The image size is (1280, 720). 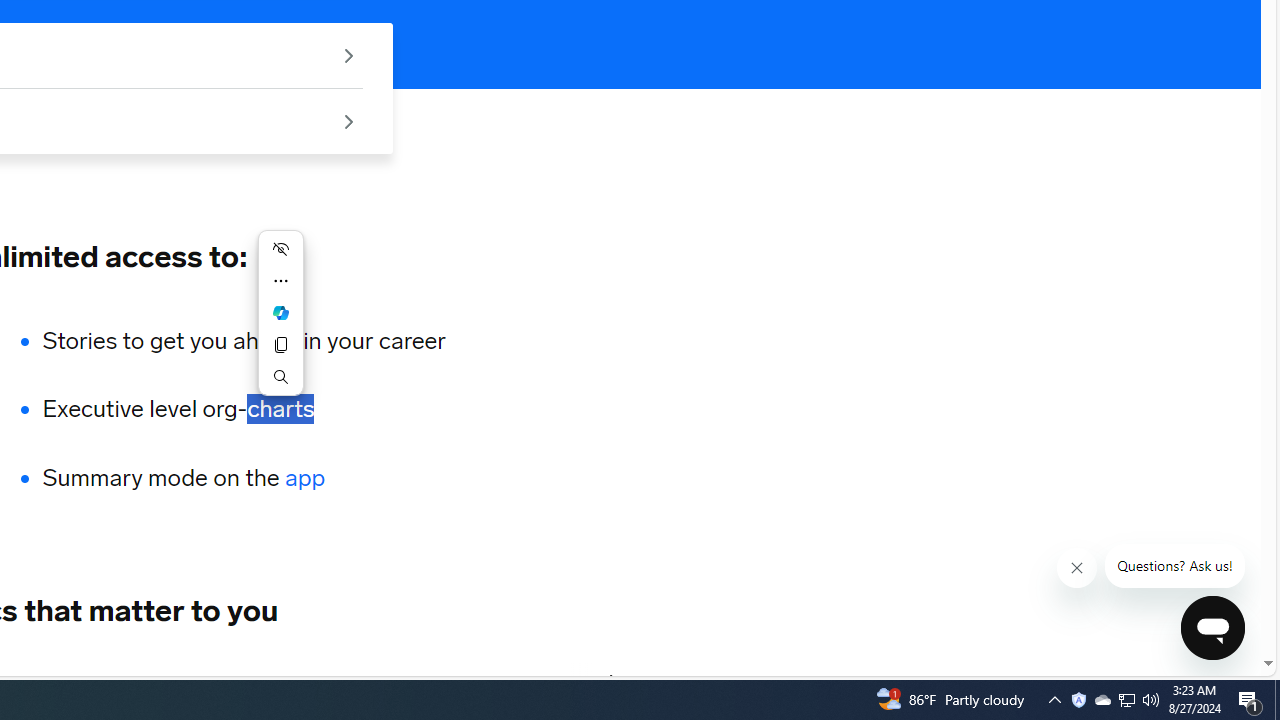 What do you see at coordinates (1076, 568) in the screenshot?
I see `'Close message from company'` at bounding box center [1076, 568].